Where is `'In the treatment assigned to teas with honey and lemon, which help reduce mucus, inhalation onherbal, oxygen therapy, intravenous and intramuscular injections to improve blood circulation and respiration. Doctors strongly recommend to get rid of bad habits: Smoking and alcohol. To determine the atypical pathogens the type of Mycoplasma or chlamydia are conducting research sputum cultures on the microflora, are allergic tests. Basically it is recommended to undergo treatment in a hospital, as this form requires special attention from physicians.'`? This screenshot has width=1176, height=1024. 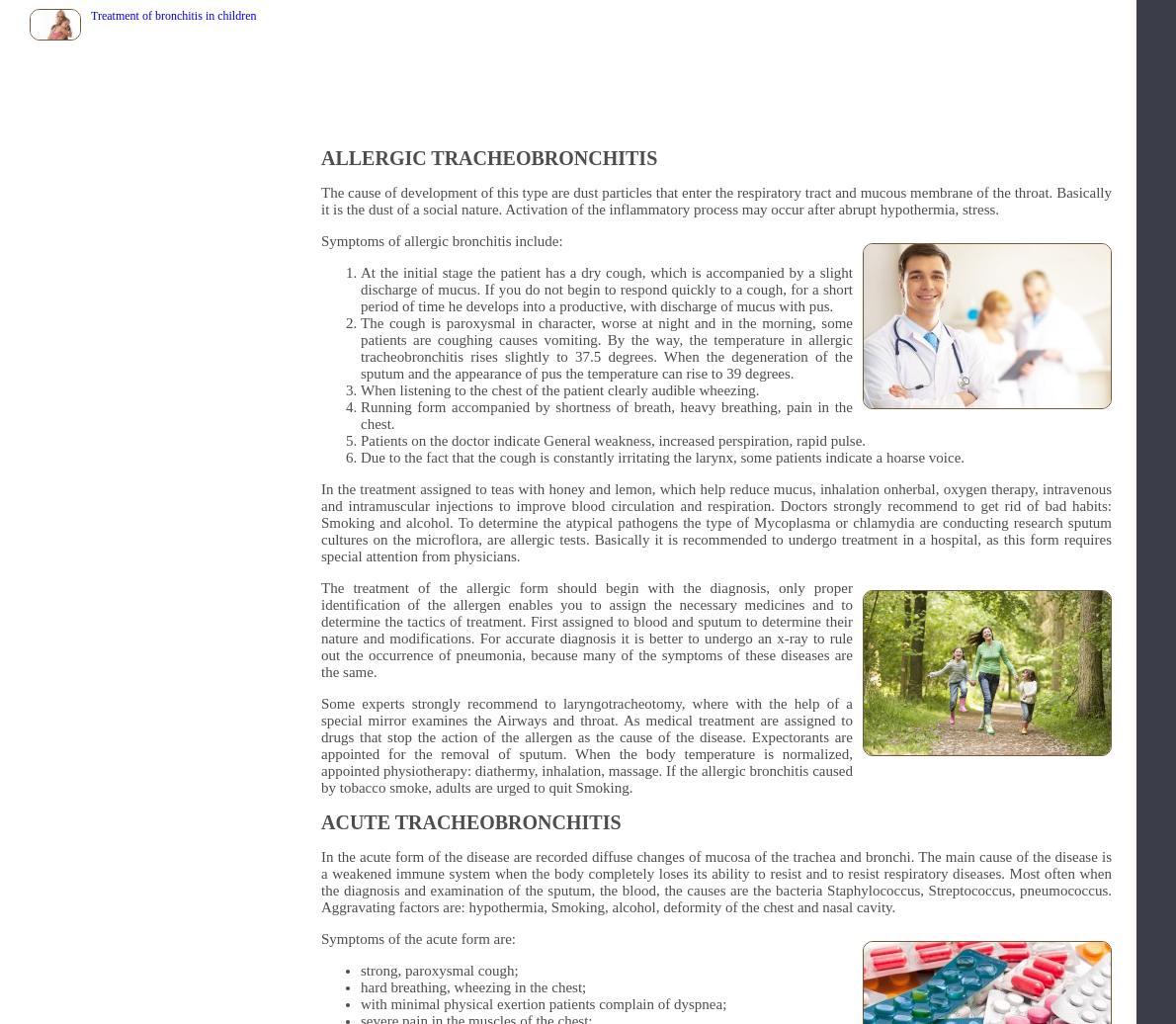
'In the treatment assigned to teas with honey and lemon, which help reduce mucus, inhalation onherbal, oxygen therapy, intravenous and intramuscular injections to improve blood circulation and respiration. Doctors strongly recommend to get rid of bad habits: Smoking and alcohol. To determine the atypical pathogens the type of Mycoplasma or chlamydia are conducting research sputum cultures on the microflora, are allergic tests. Basically it is recommended to undergo treatment in a hospital, as this form requires special attention from physicians.' is located at coordinates (320, 522).